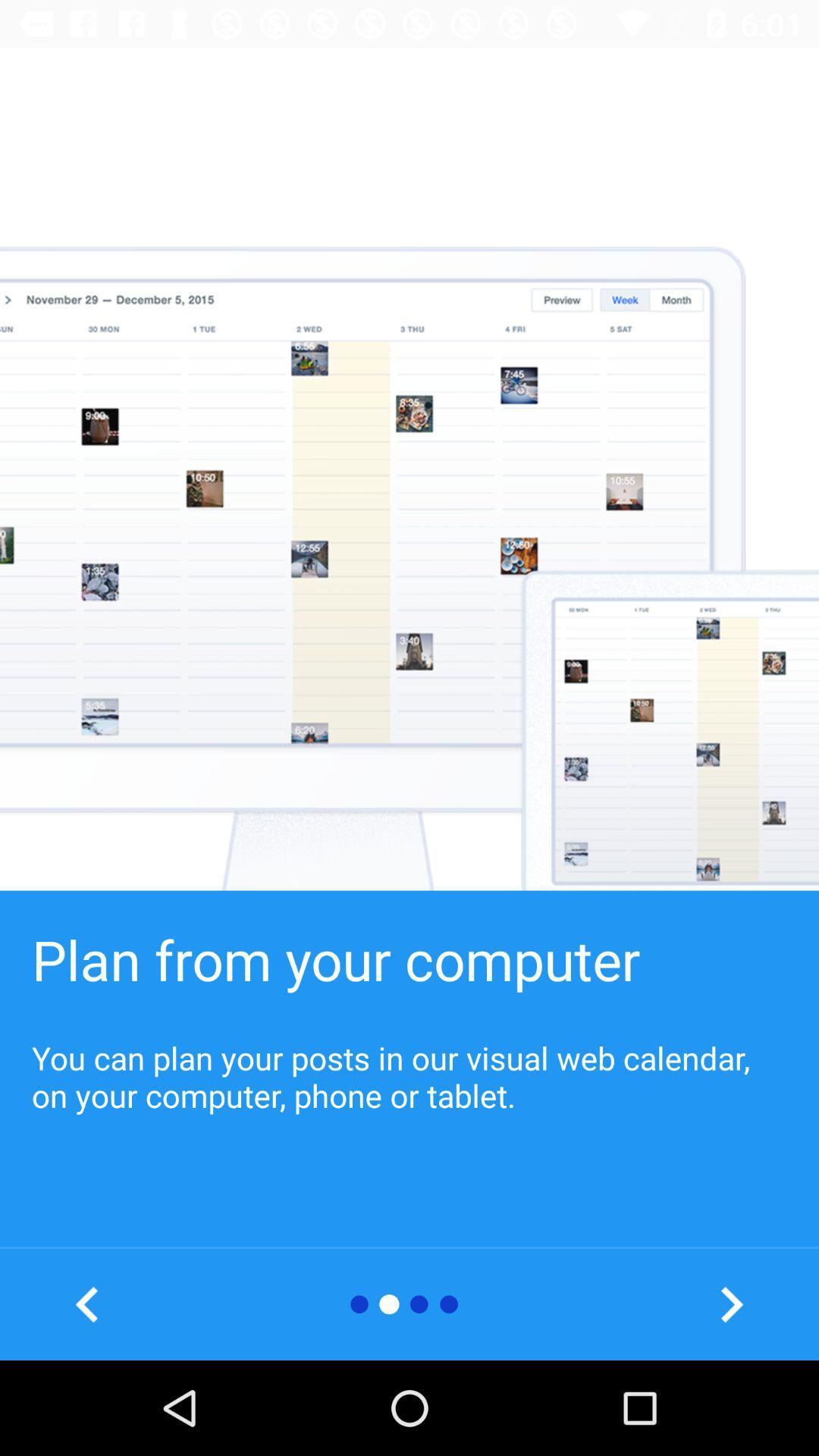 Image resolution: width=819 pixels, height=1456 pixels. I want to click on go back, so click(87, 1304).